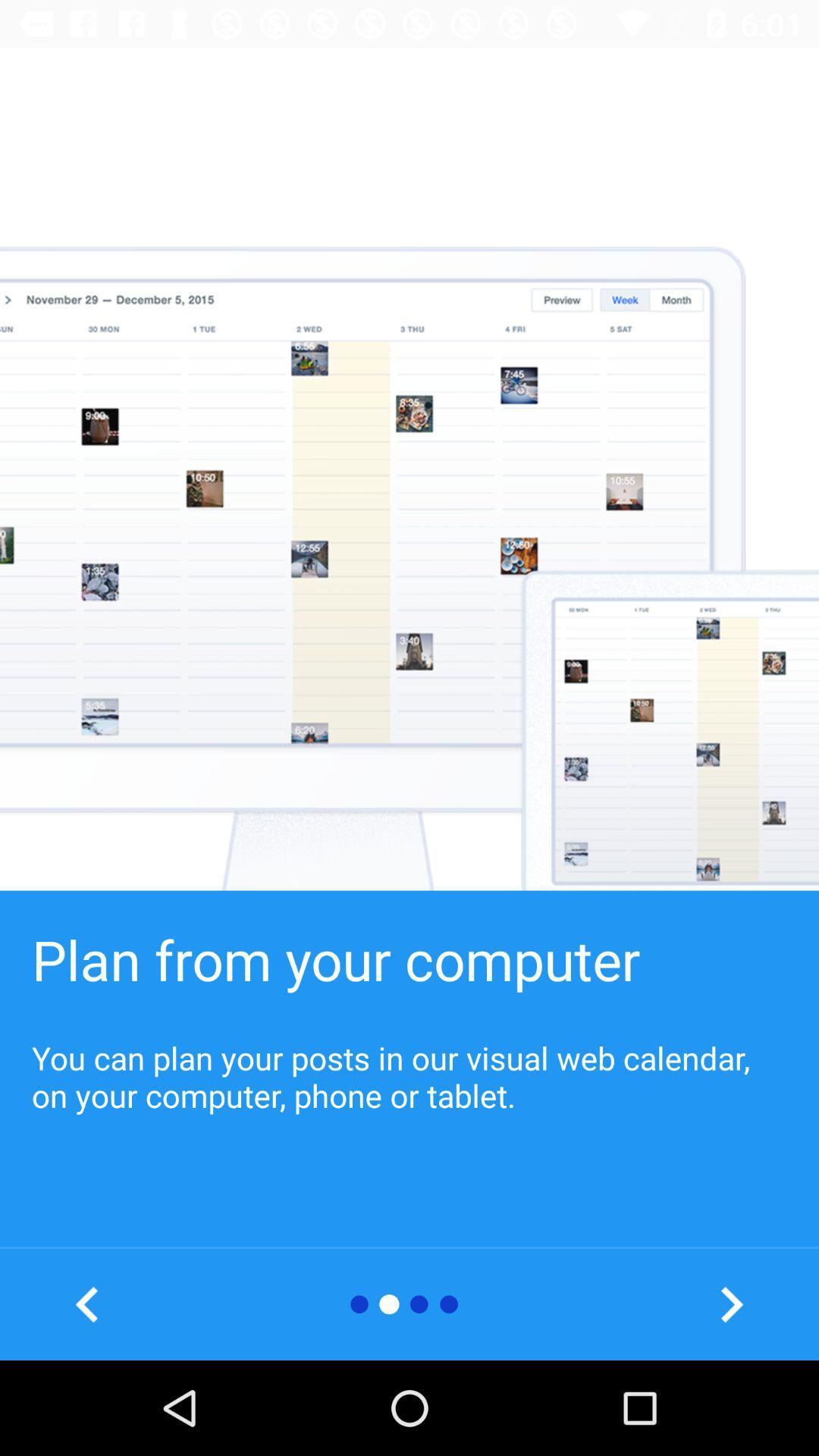 Image resolution: width=819 pixels, height=1456 pixels. I want to click on go back, so click(87, 1304).